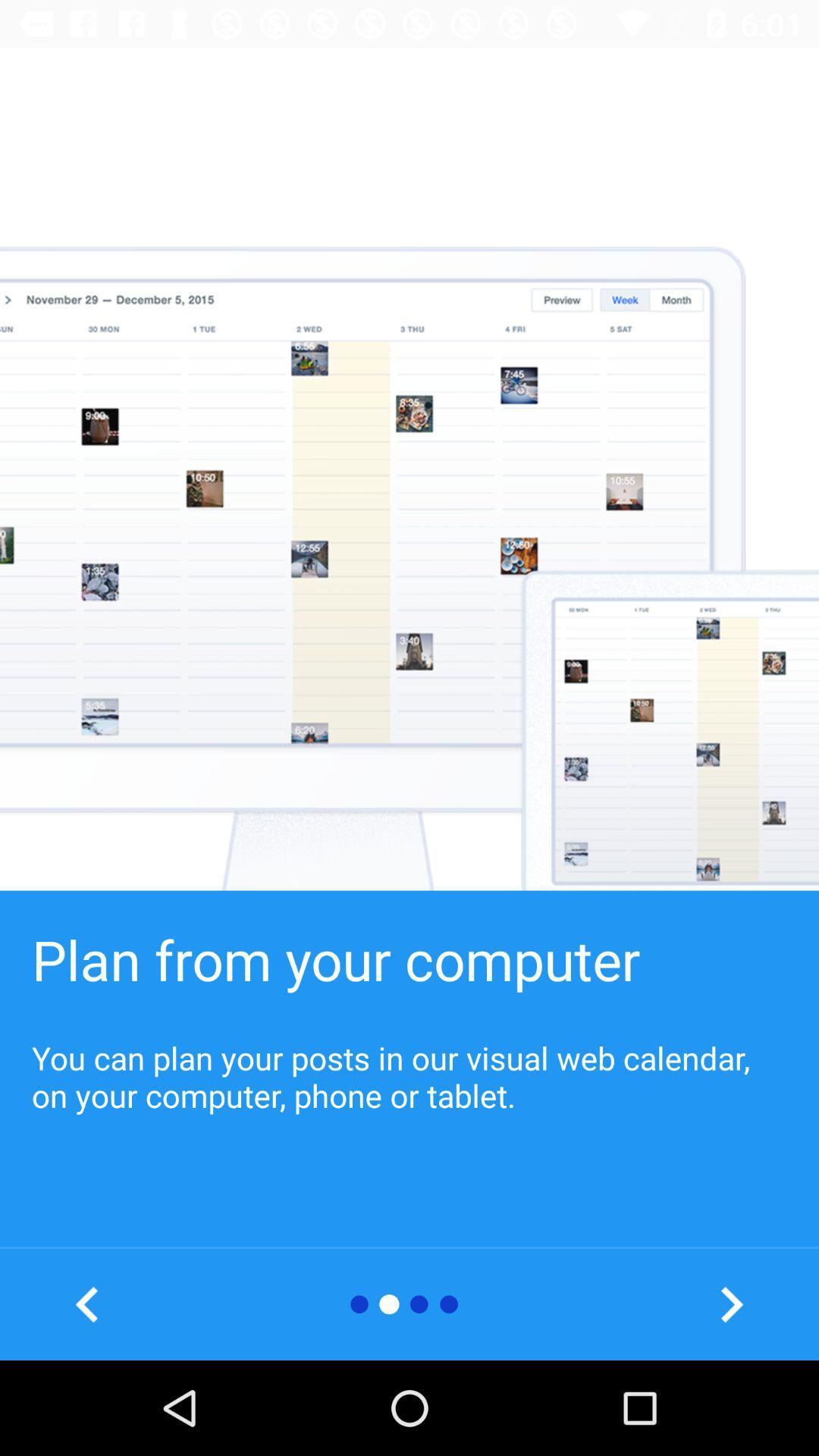 Image resolution: width=819 pixels, height=1456 pixels. I want to click on go back, so click(87, 1304).